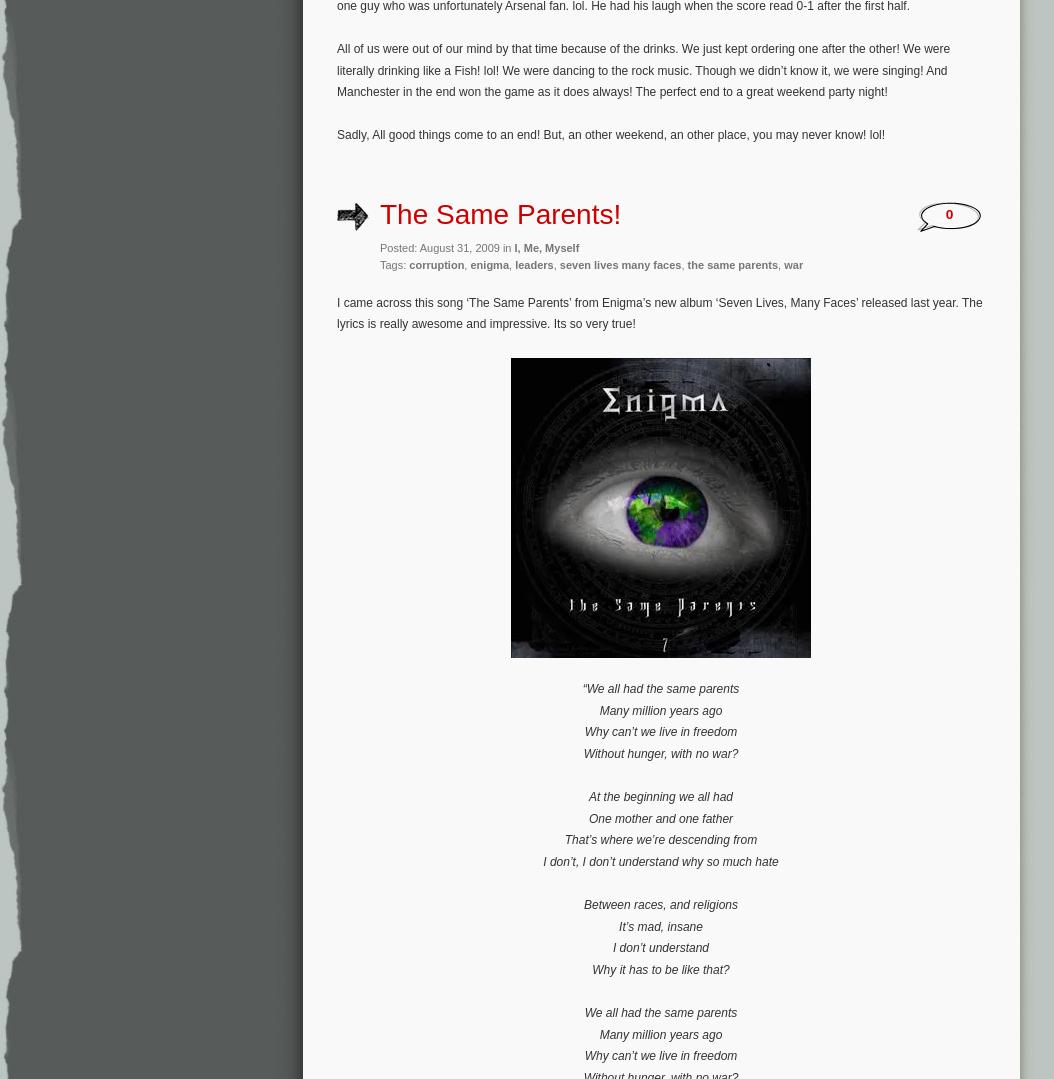 The width and height of the screenshot is (1054, 1079). I want to click on 'We all had the same parents', so click(660, 1012).